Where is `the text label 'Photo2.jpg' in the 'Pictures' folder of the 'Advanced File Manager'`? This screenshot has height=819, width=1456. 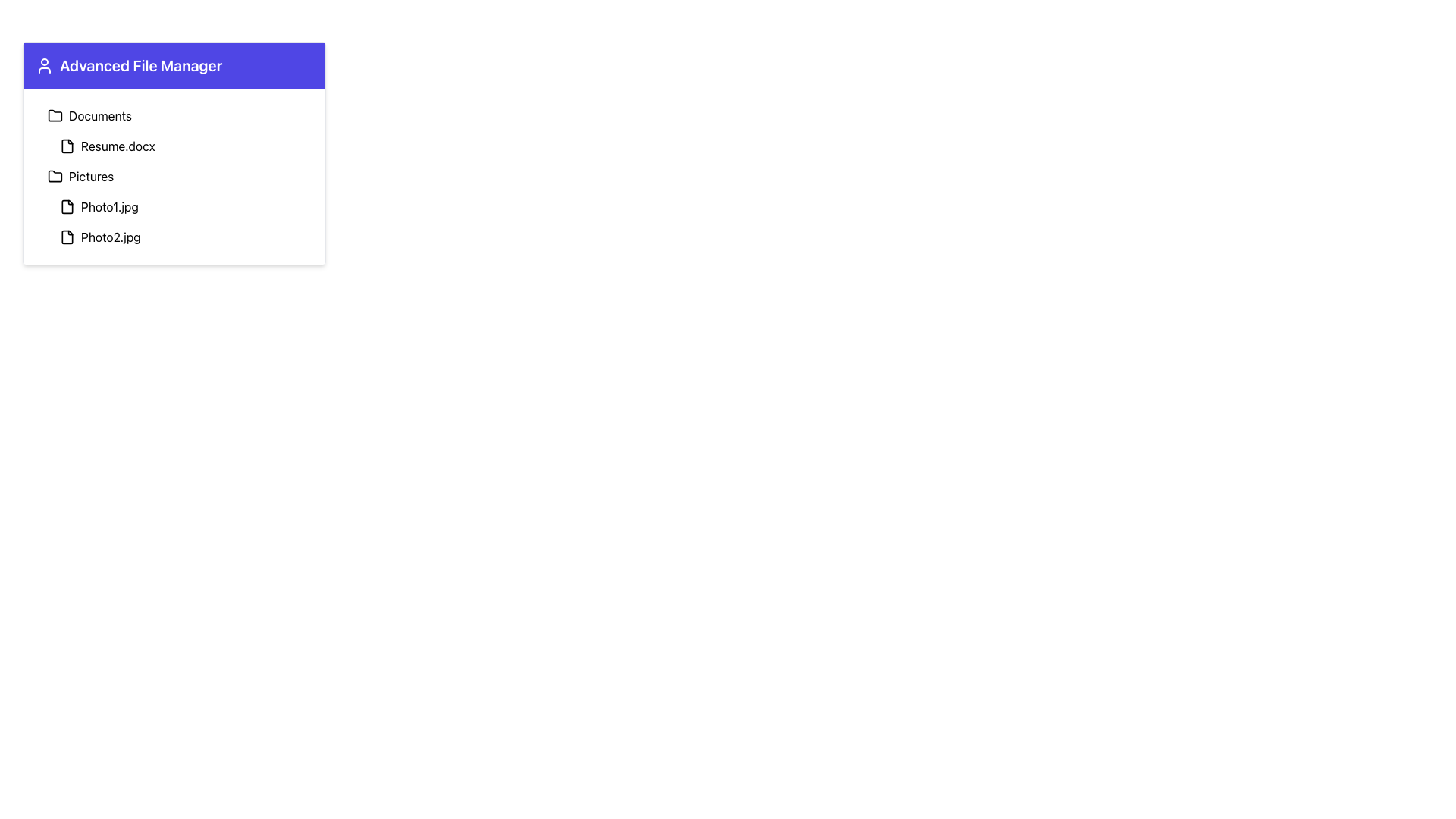 the text label 'Photo2.jpg' in the 'Pictures' folder of the 'Advanced File Manager' is located at coordinates (110, 237).